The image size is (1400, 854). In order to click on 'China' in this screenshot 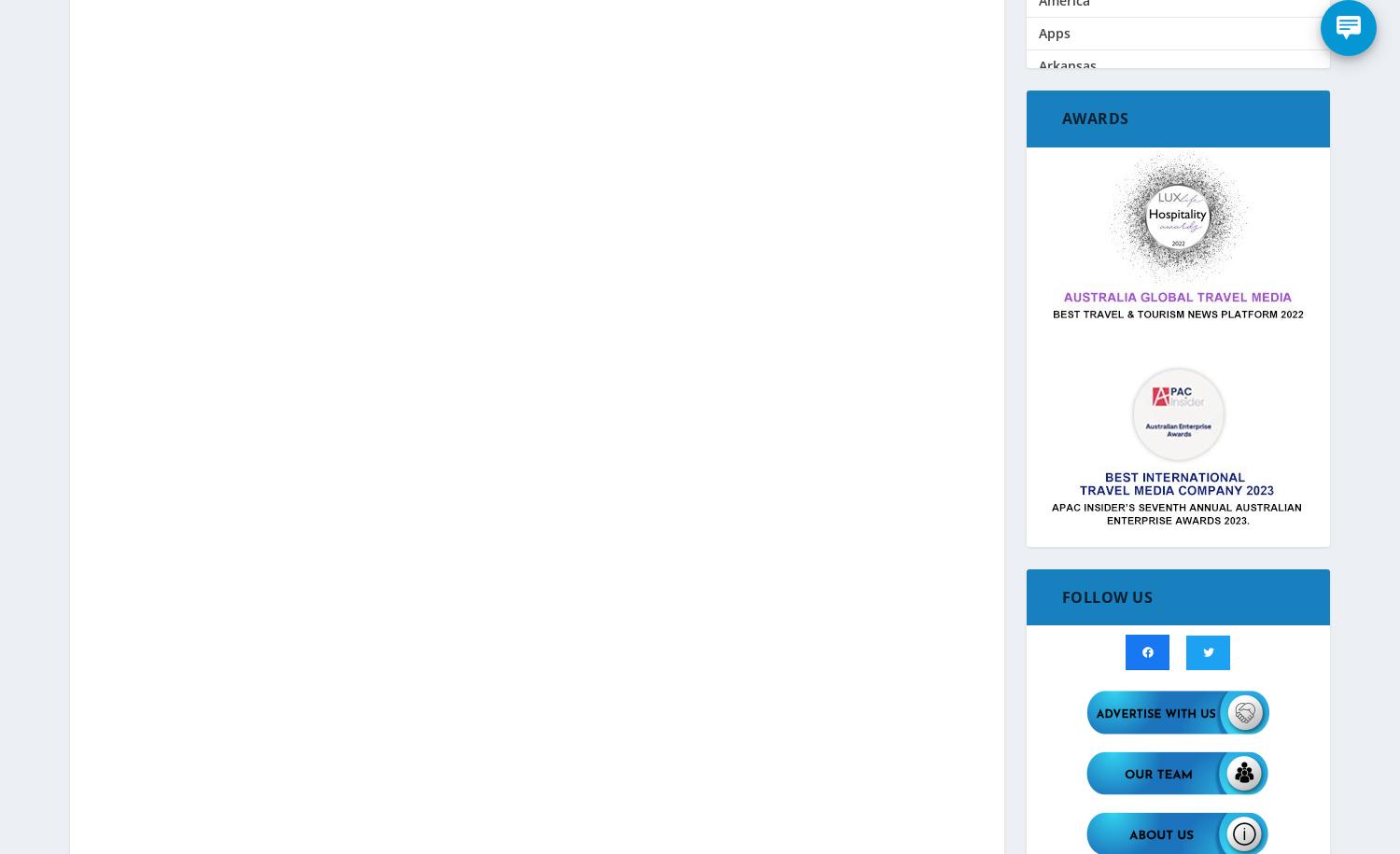, I will do `click(1056, 591)`.